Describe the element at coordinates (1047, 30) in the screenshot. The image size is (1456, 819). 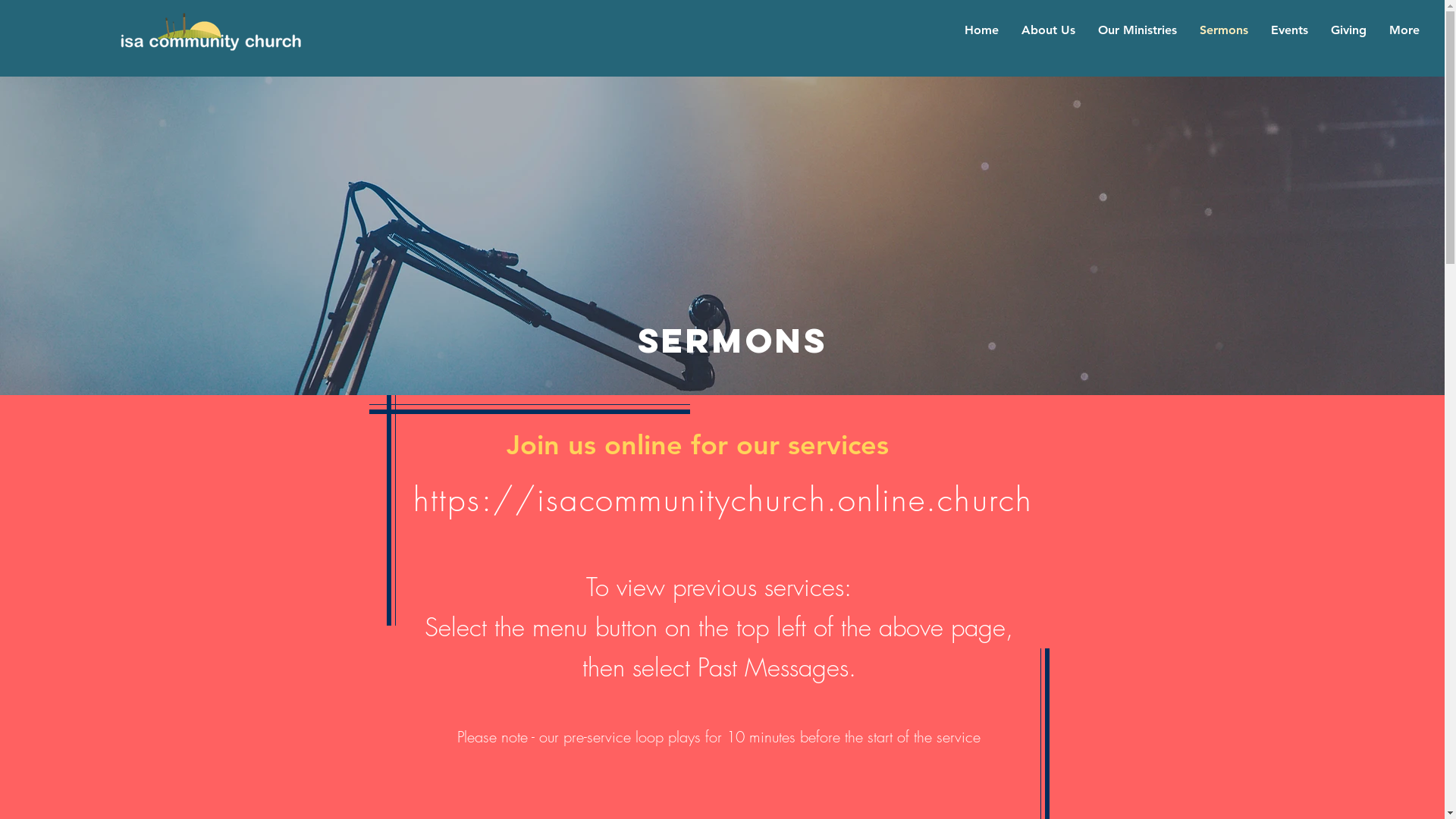
I see `'About Us'` at that location.